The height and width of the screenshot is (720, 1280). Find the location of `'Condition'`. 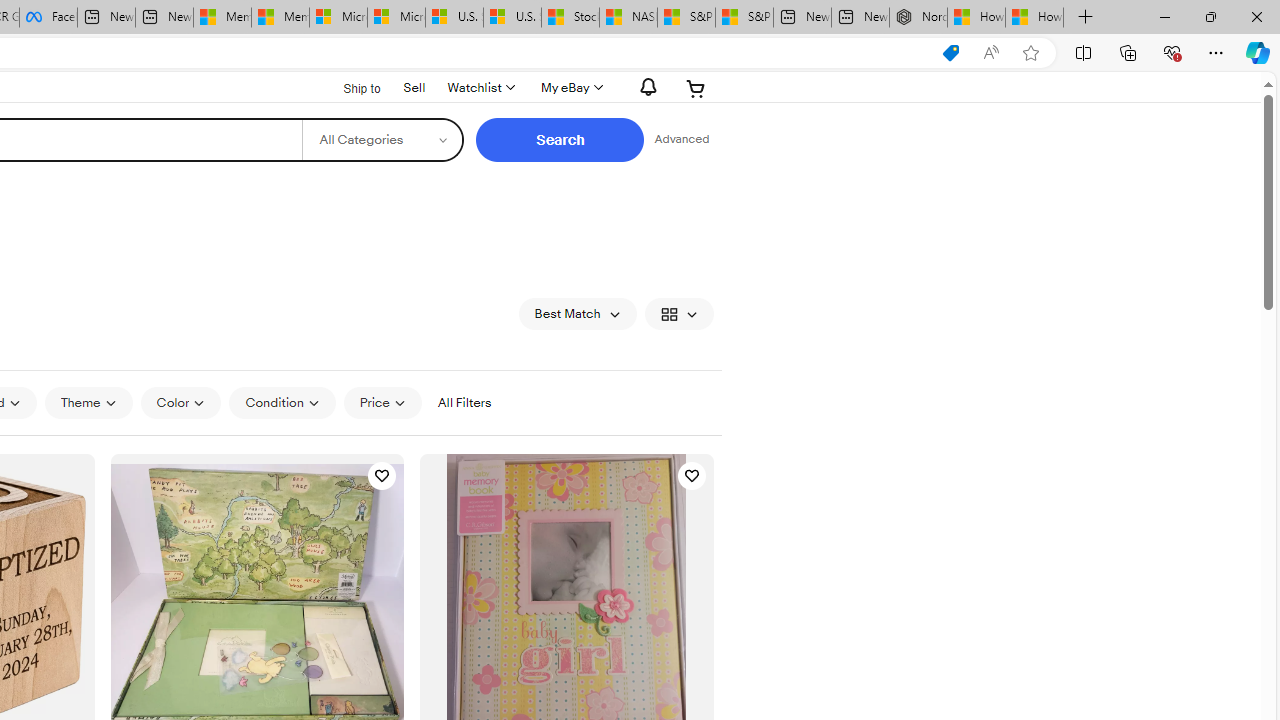

'Condition' is located at coordinates (281, 402).